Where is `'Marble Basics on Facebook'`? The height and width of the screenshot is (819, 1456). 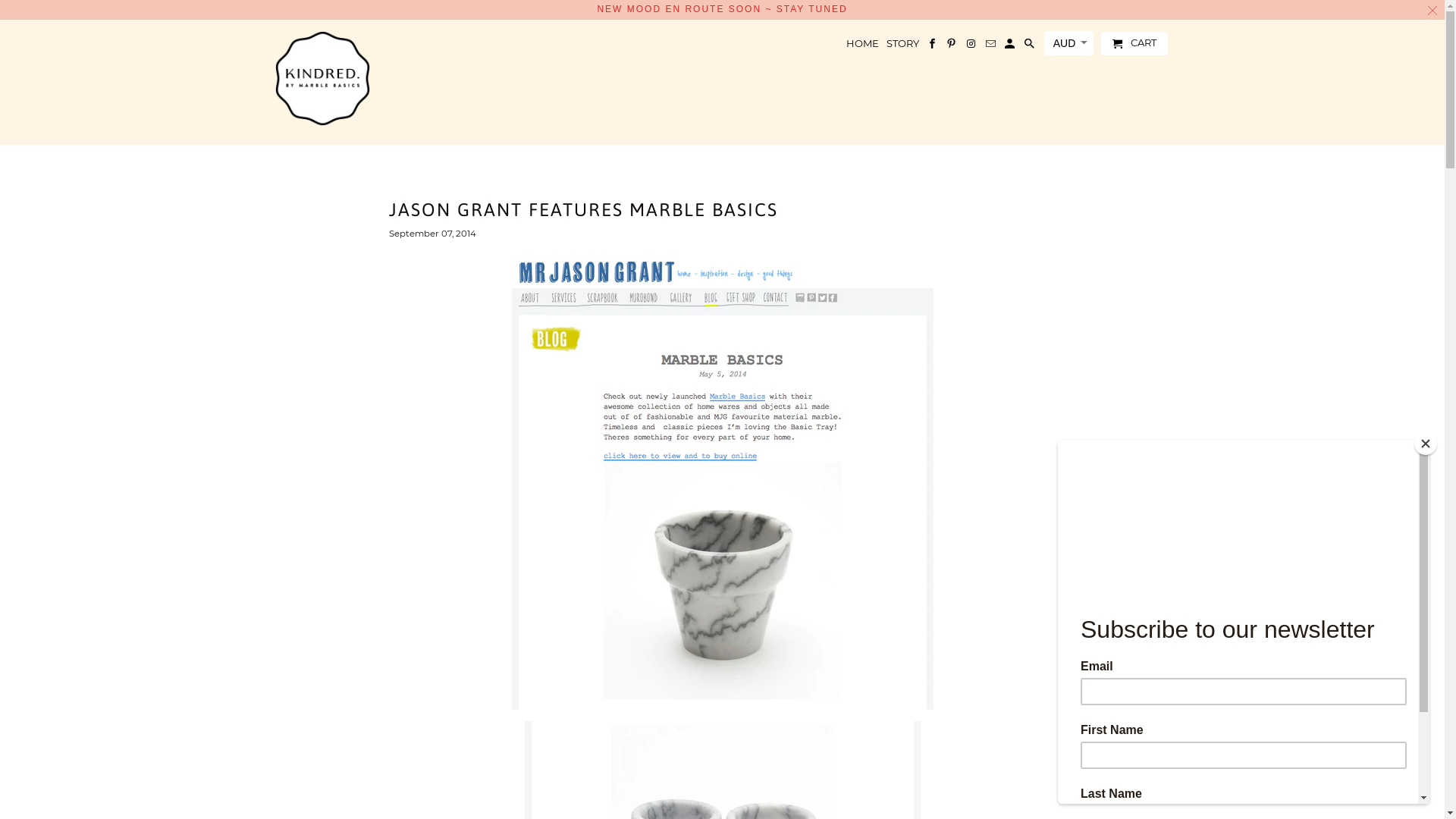 'Marble Basics on Facebook' is located at coordinates (931, 45).